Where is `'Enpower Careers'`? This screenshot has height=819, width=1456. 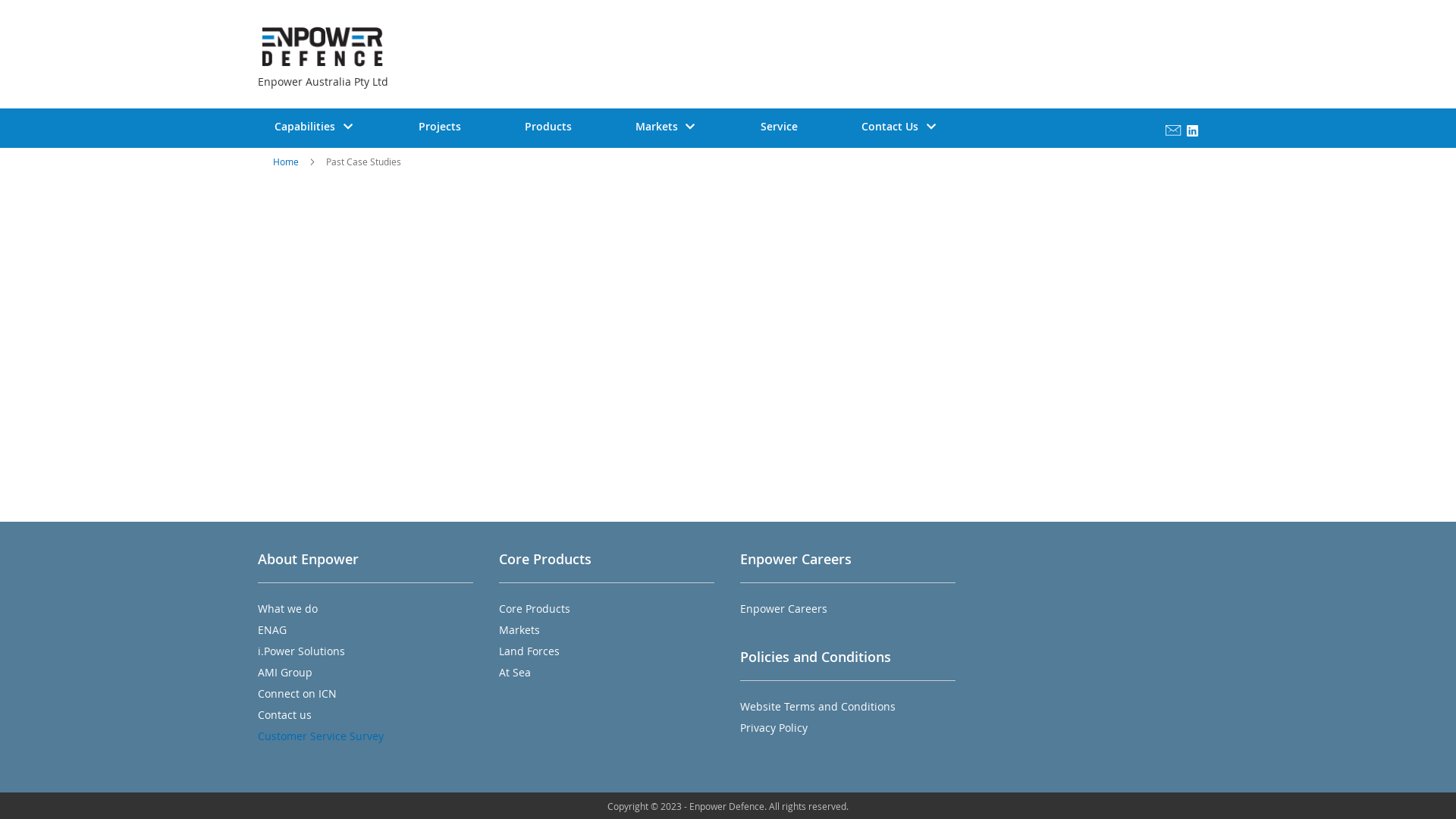 'Enpower Careers' is located at coordinates (783, 607).